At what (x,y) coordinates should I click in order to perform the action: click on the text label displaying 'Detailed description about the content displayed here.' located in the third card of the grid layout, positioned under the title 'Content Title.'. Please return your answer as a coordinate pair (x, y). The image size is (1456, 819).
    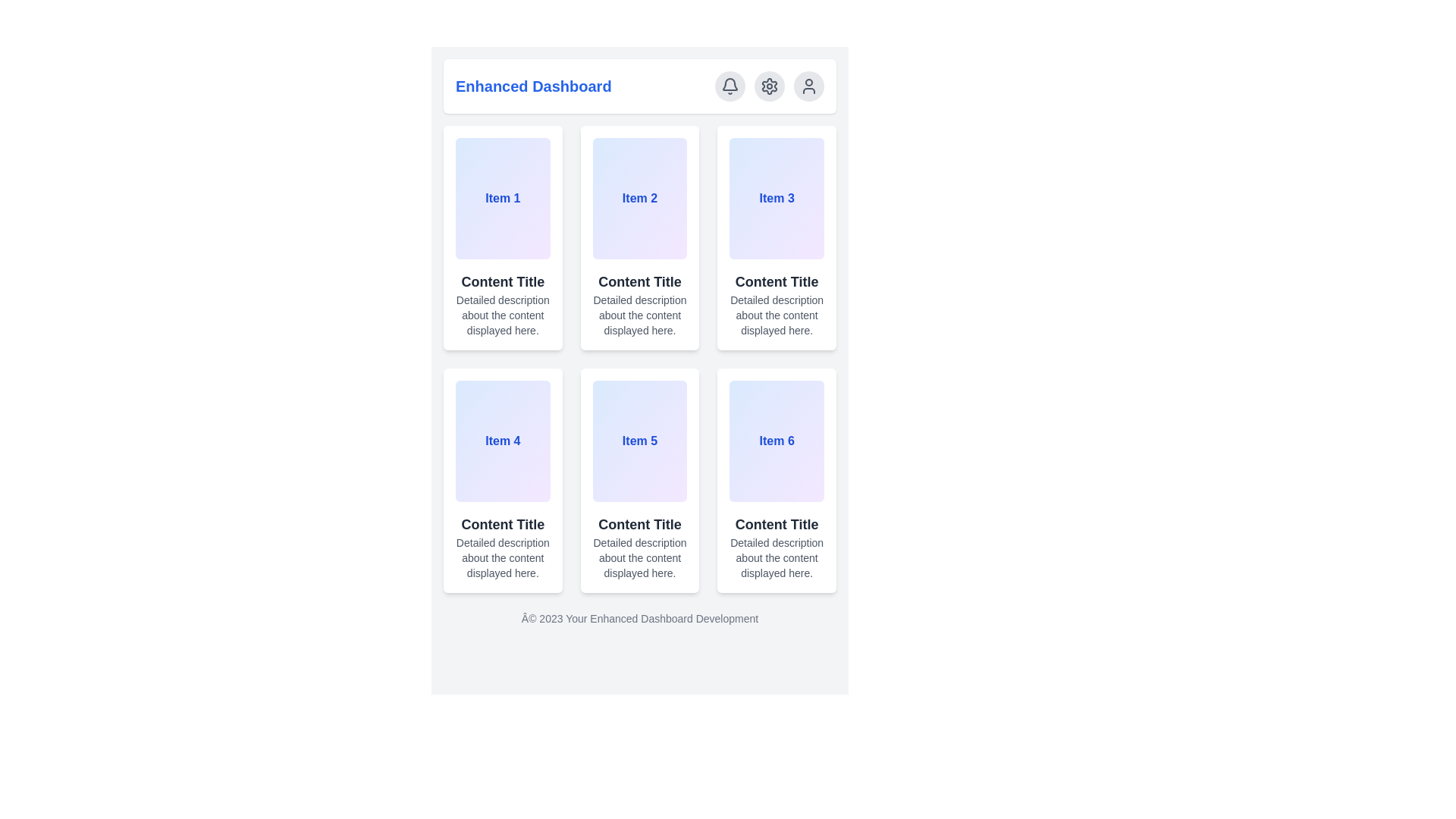
    Looking at the image, I should click on (777, 315).